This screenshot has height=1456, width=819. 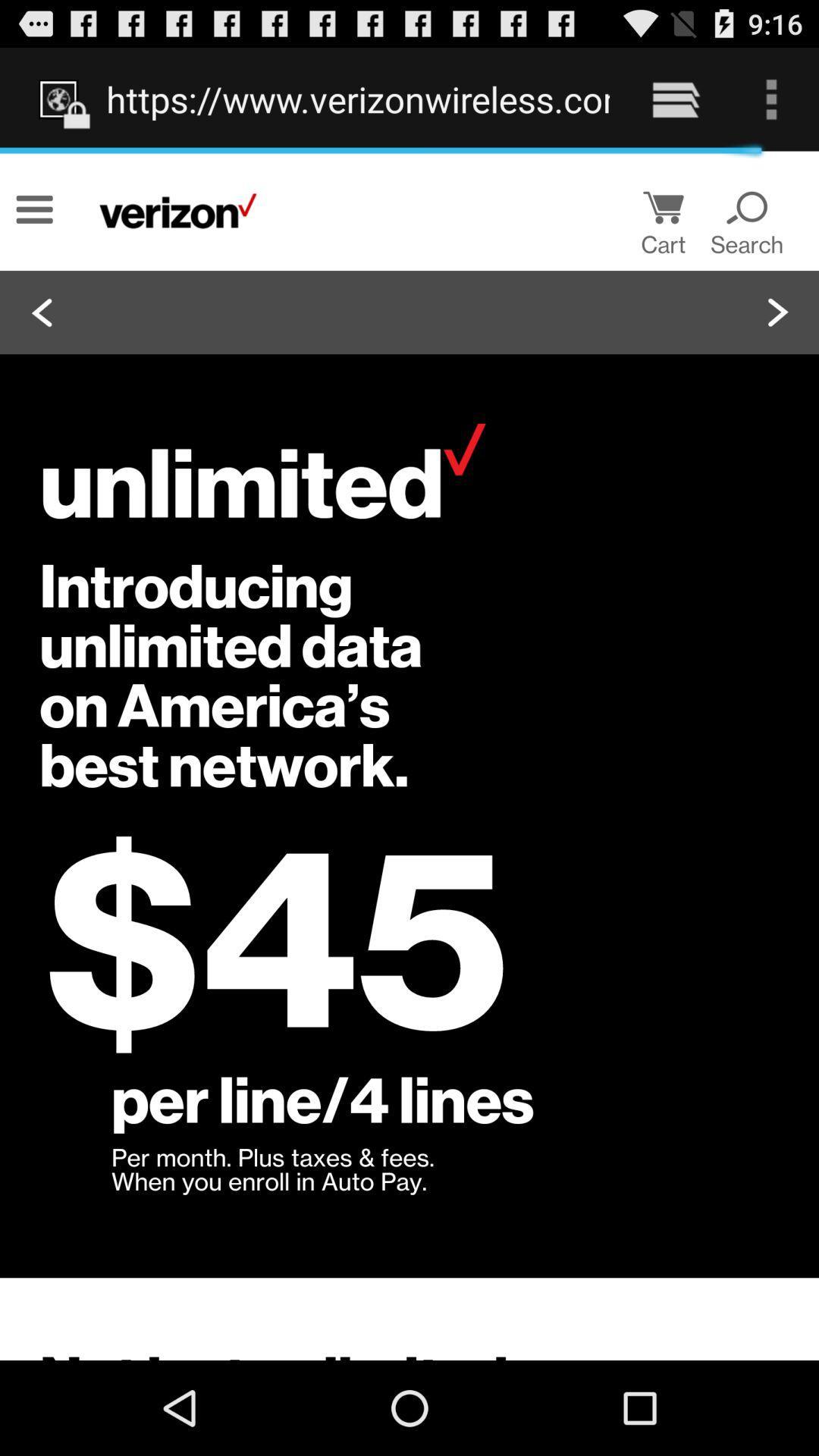 What do you see at coordinates (675, 99) in the screenshot?
I see `the item to the right of the https www verizonwireless` at bounding box center [675, 99].